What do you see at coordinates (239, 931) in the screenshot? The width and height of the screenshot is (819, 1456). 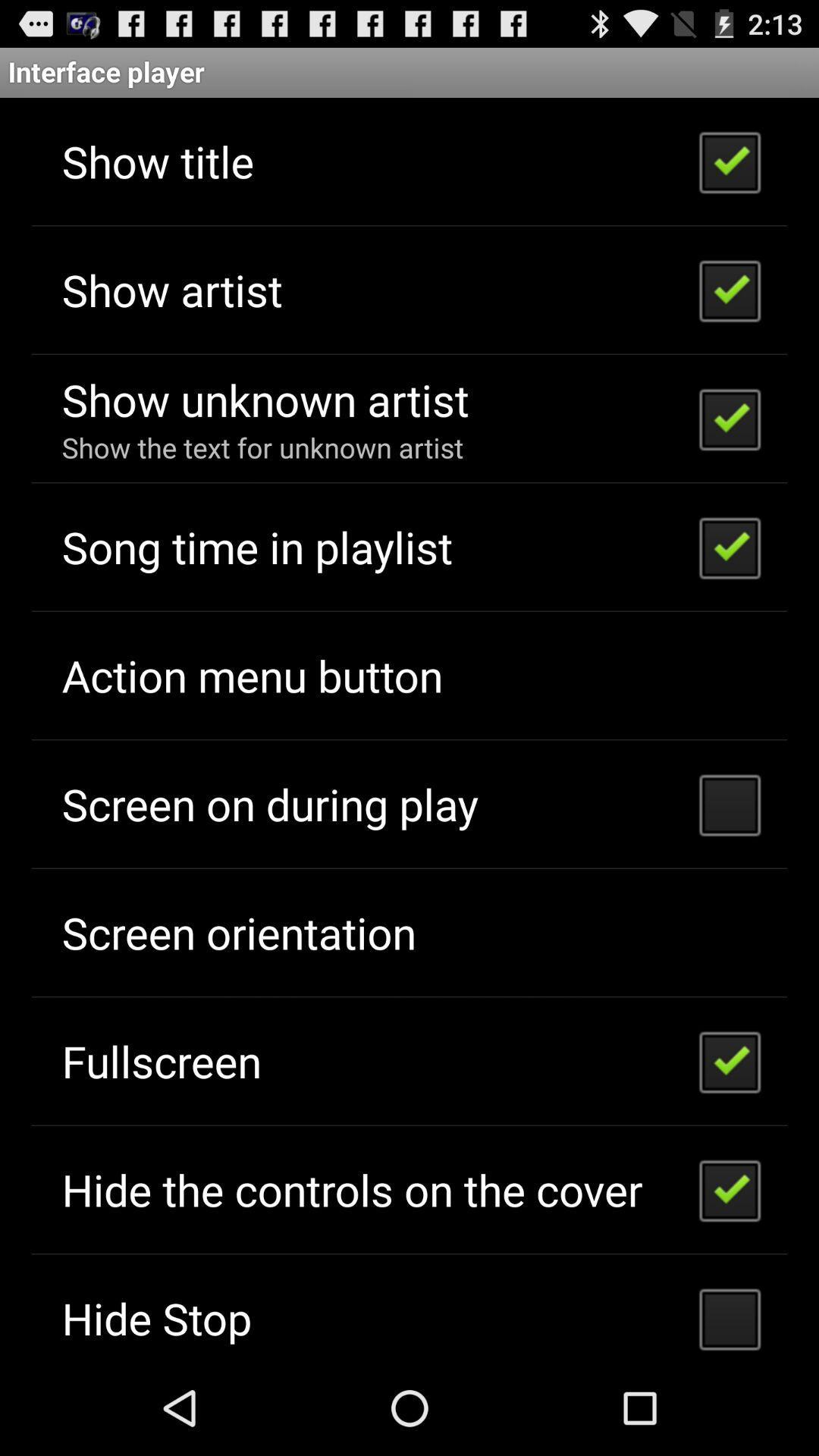 I see `screen orientation item` at bounding box center [239, 931].